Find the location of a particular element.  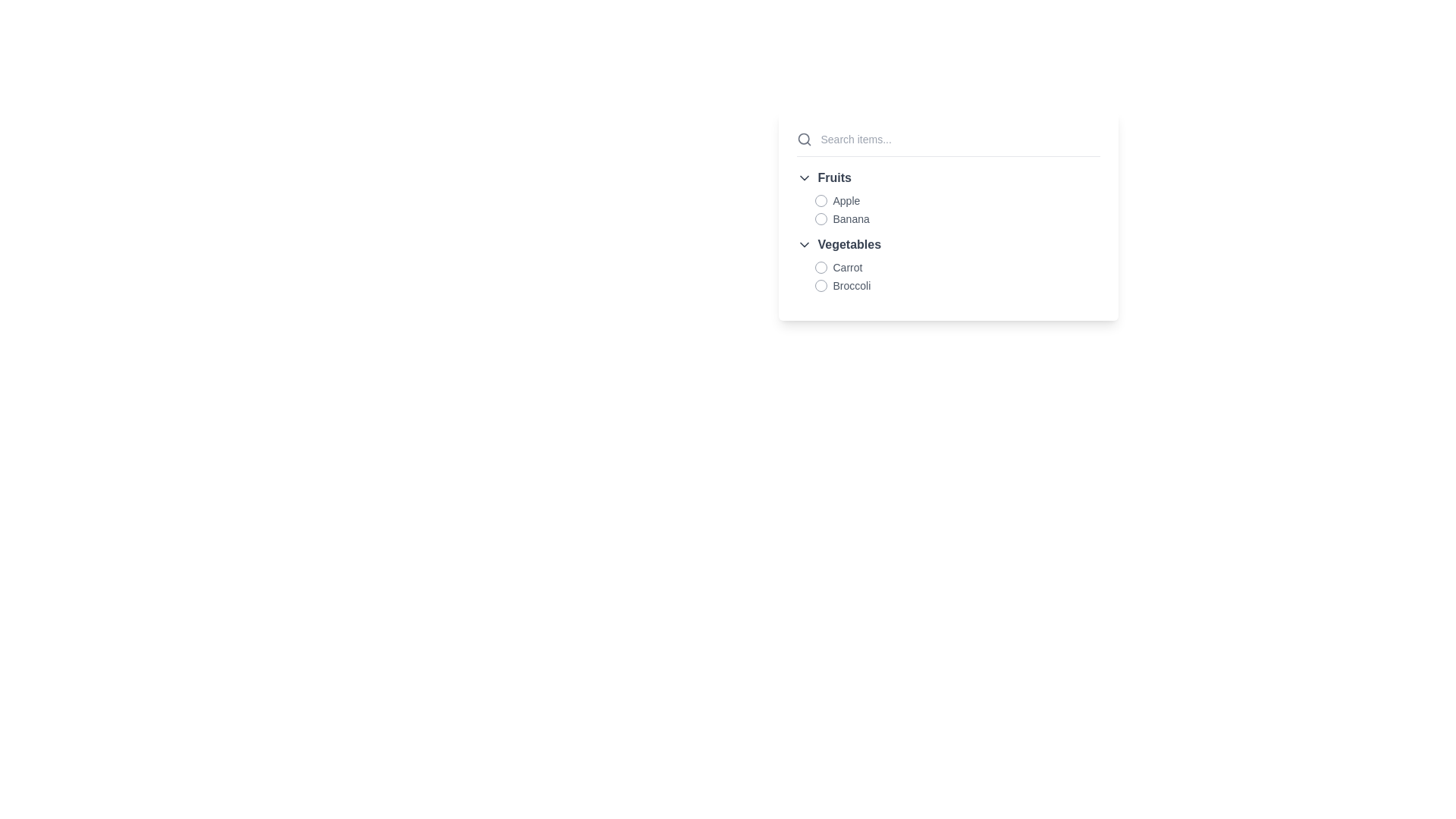

the 'Vegetables' section is located at coordinates (946, 263).